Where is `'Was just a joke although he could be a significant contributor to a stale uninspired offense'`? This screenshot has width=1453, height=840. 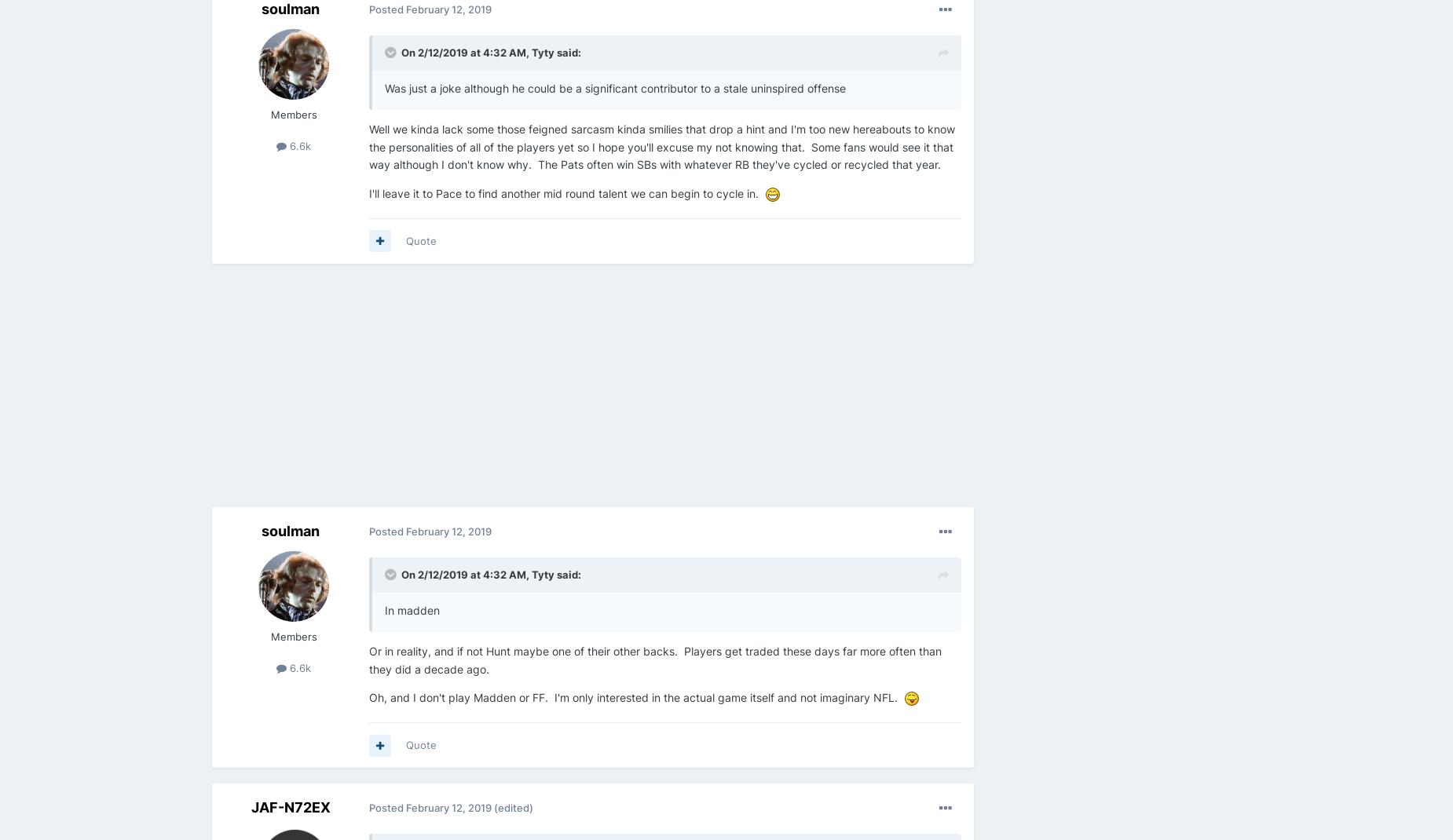
'Was just a joke although he could be a significant contributor to a stale uninspired offense' is located at coordinates (617, 88).